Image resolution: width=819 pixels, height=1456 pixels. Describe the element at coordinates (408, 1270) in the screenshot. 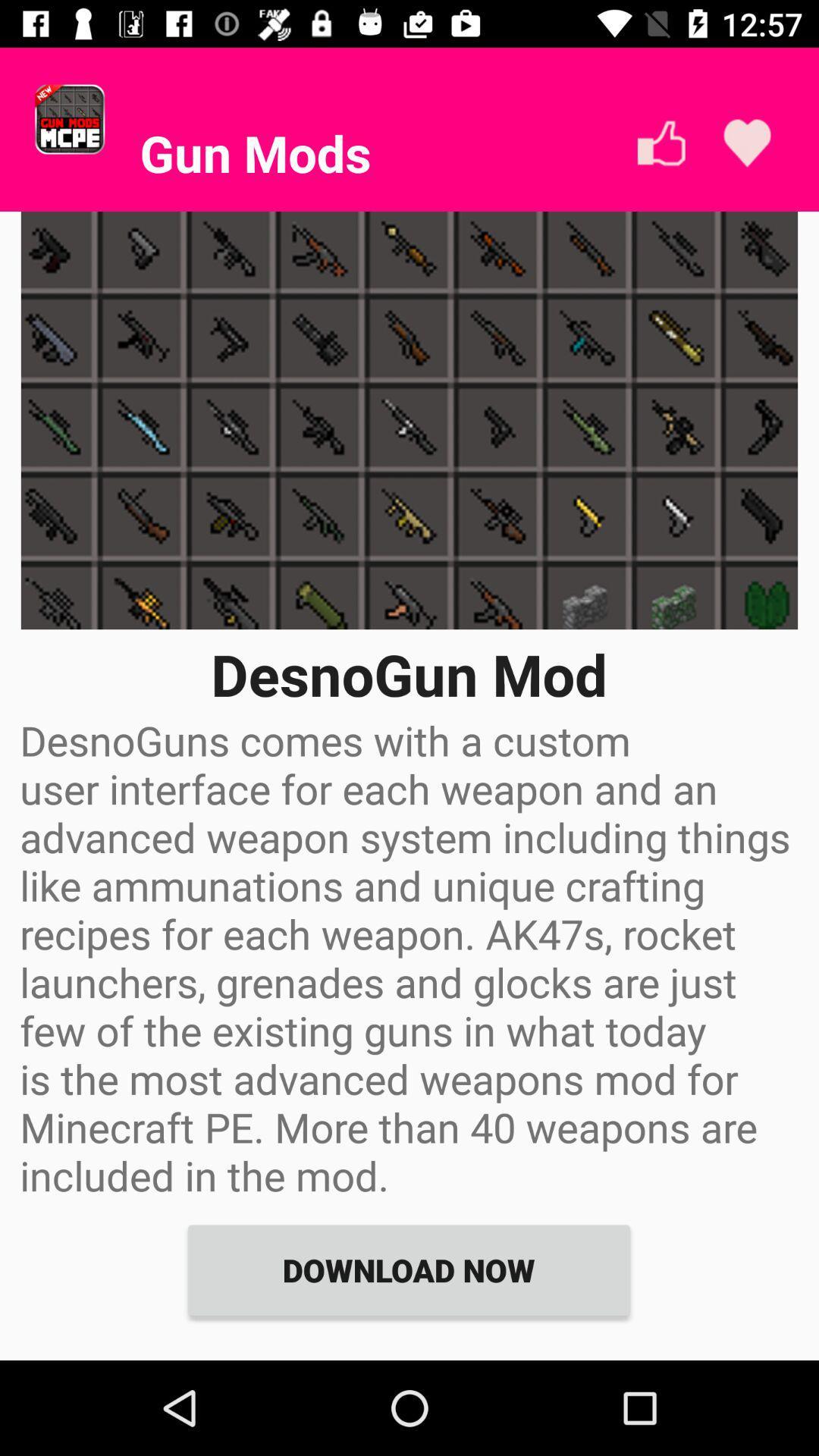

I see `the icon below the desnoguns comes with` at that location.